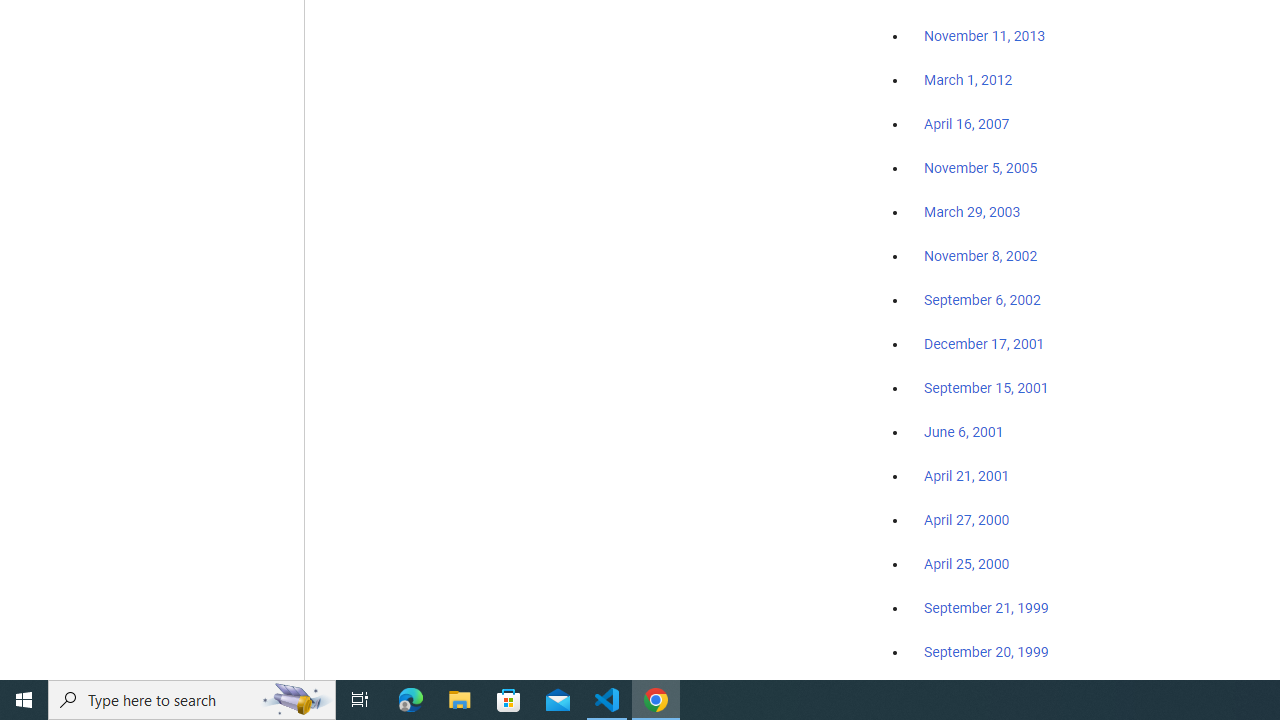 This screenshot has width=1280, height=720. What do you see at coordinates (963, 431) in the screenshot?
I see `'June 6, 2001'` at bounding box center [963, 431].